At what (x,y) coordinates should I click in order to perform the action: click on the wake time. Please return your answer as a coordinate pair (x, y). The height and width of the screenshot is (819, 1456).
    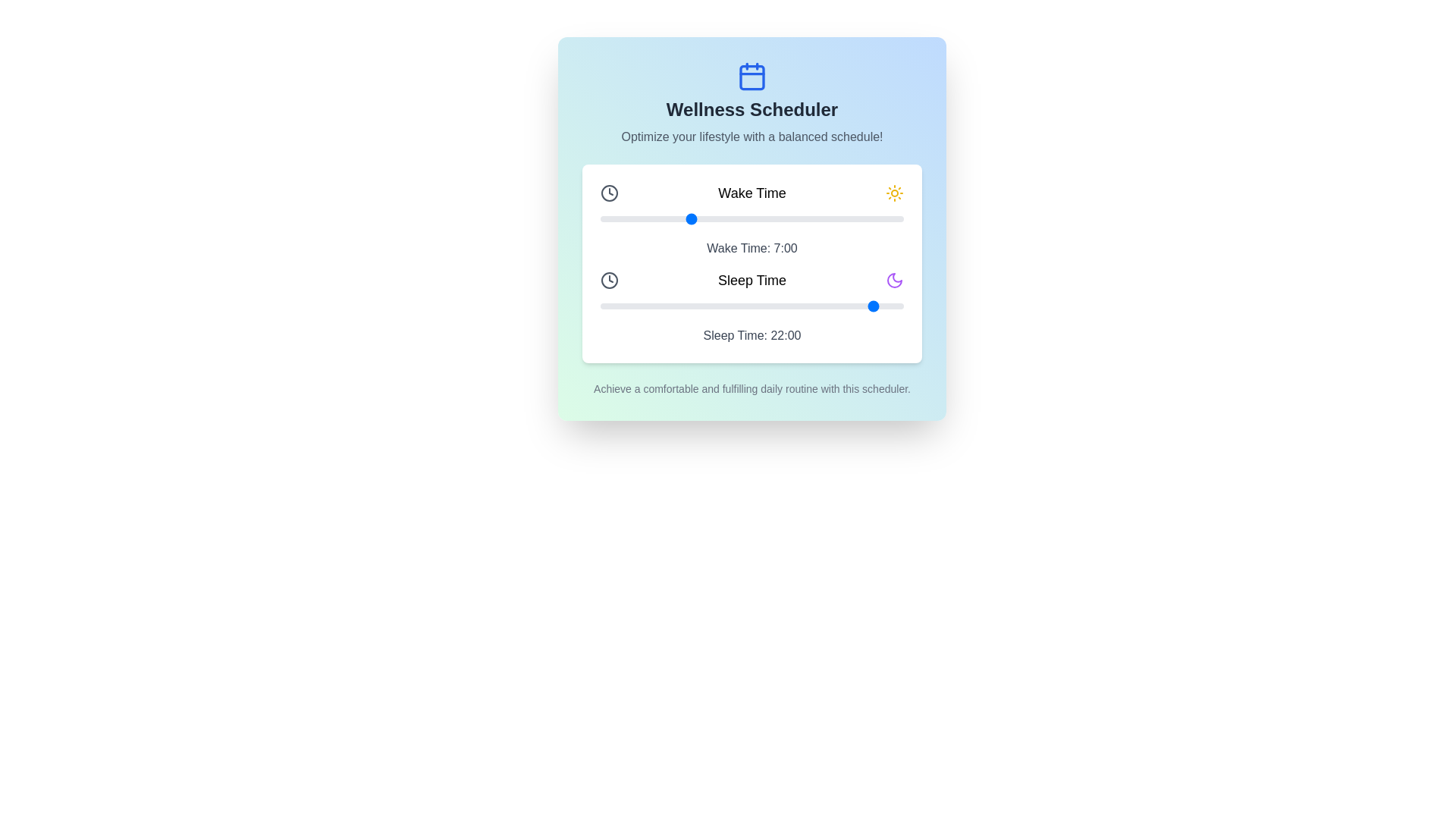
    Looking at the image, I should click on (664, 219).